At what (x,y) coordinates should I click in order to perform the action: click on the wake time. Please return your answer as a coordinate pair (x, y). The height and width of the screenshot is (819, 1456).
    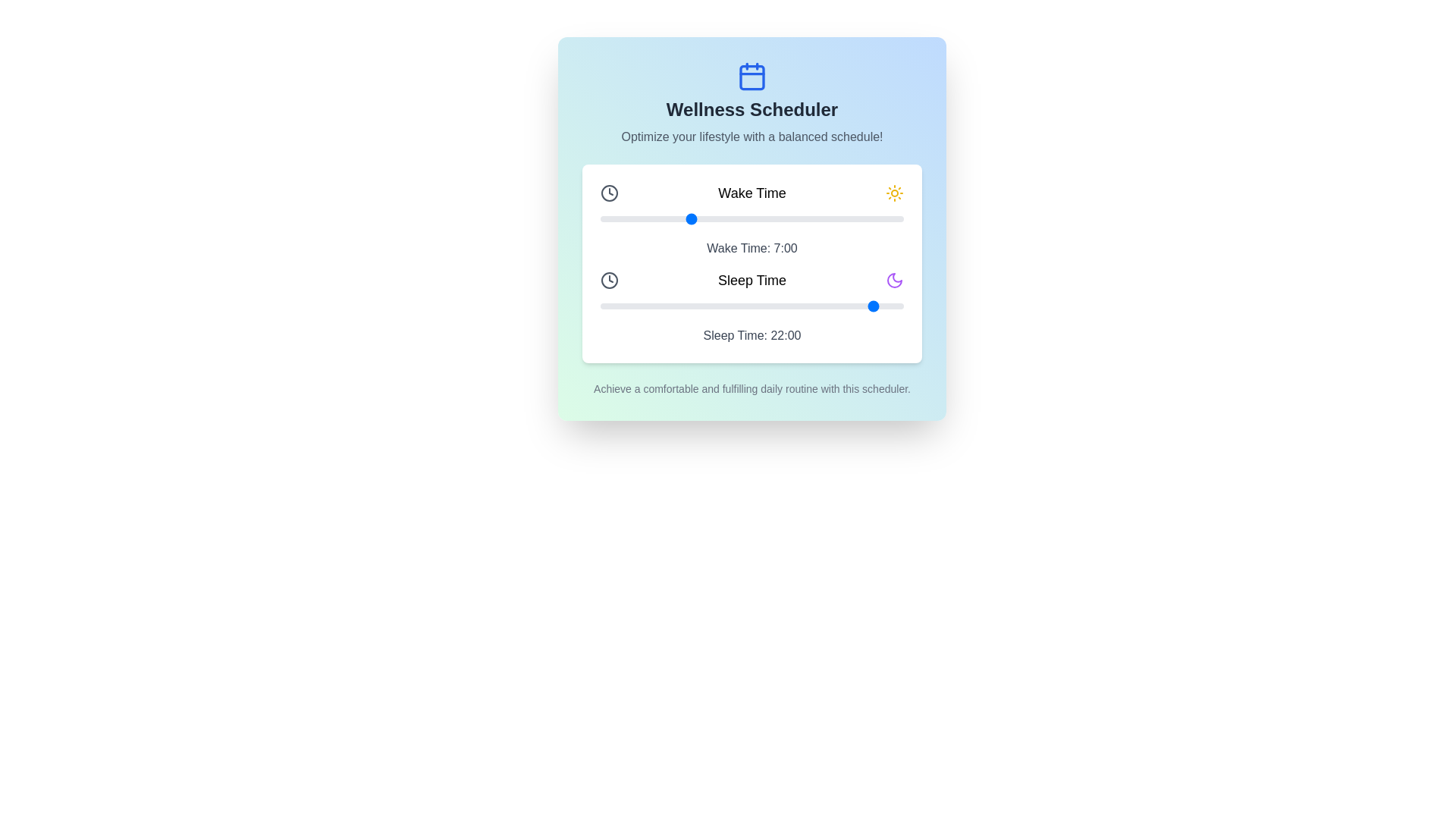
    Looking at the image, I should click on (664, 219).